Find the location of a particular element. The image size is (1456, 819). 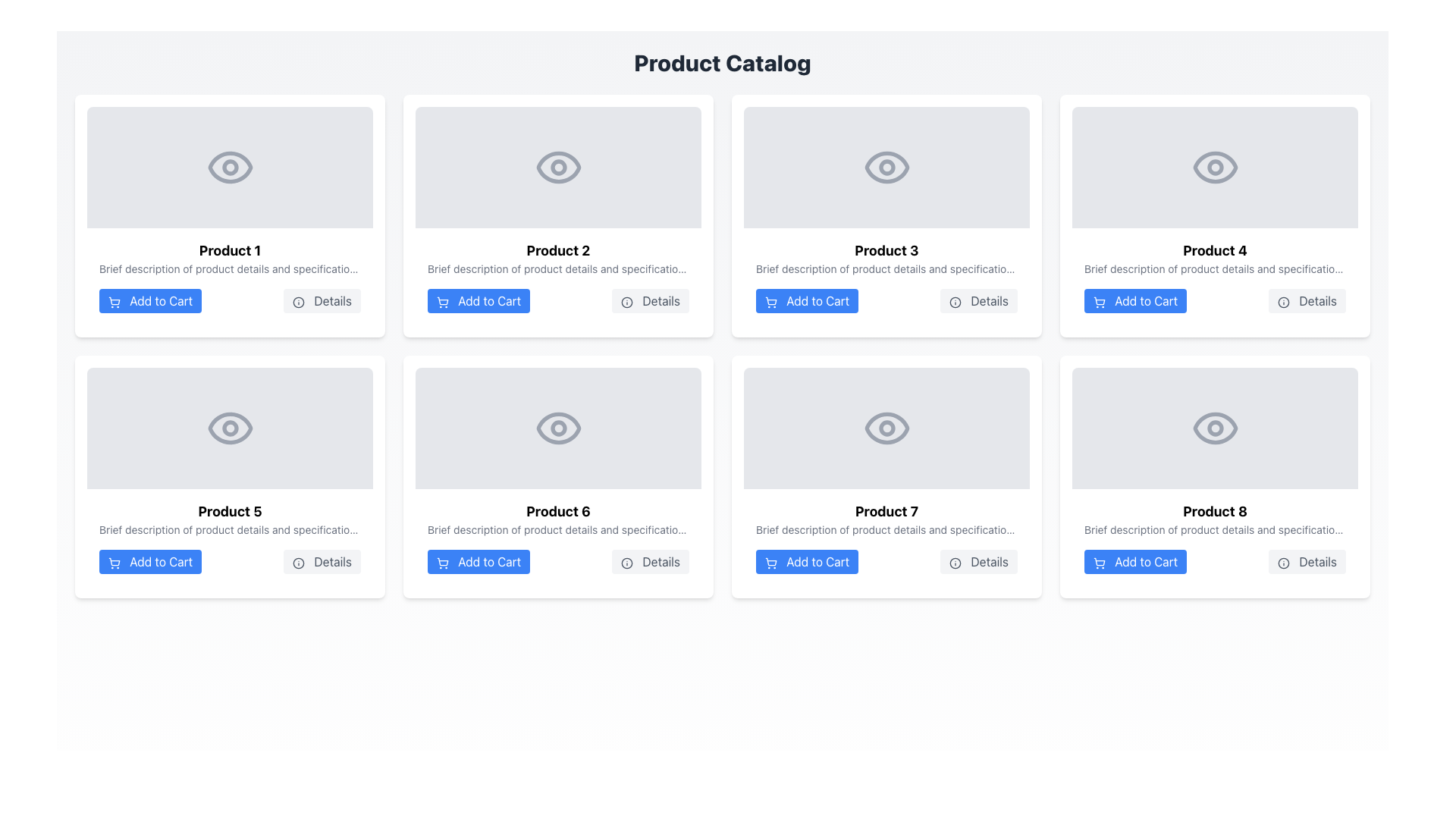

the Decorative SVG shape of the eye icon located in the third product card from the left, positioned above the text 'Product 3' is located at coordinates (886, 167).